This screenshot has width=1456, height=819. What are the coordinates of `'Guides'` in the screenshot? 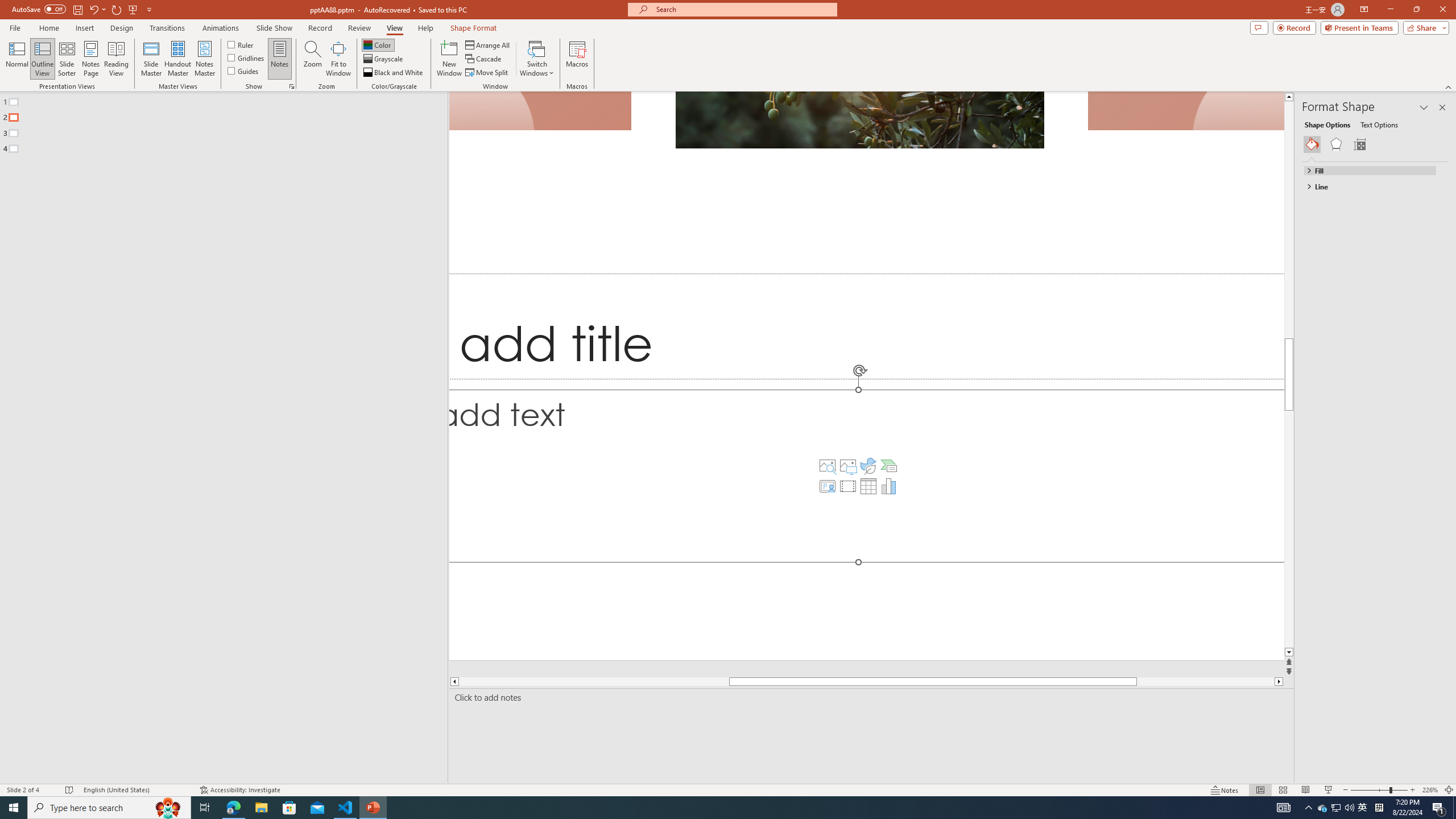 It's located at (243, 69).